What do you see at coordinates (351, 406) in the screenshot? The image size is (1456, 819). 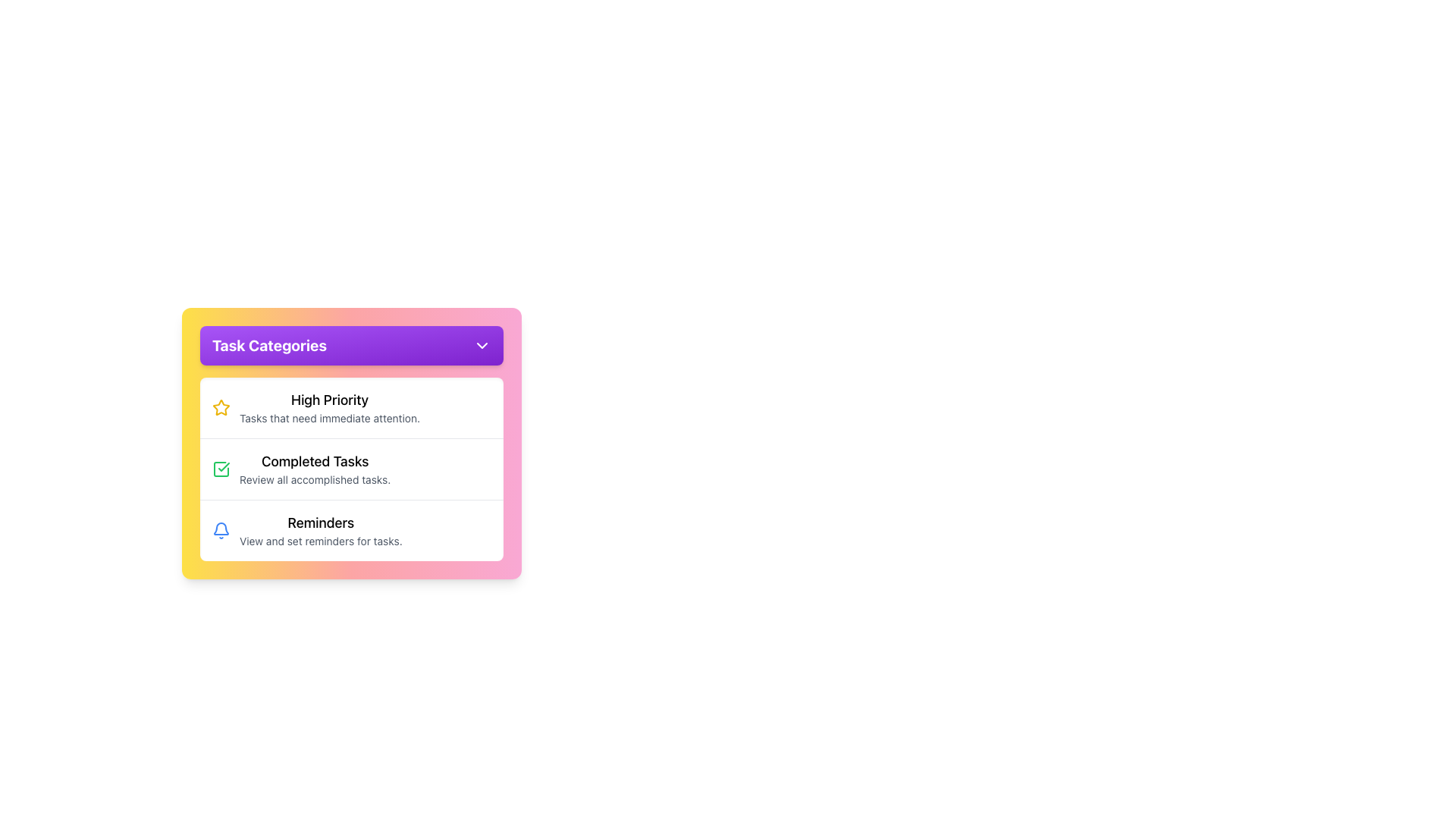 I see `the first list item with an icon and text labels in the 'Task Categories' card` at bounding box center [351, 406].